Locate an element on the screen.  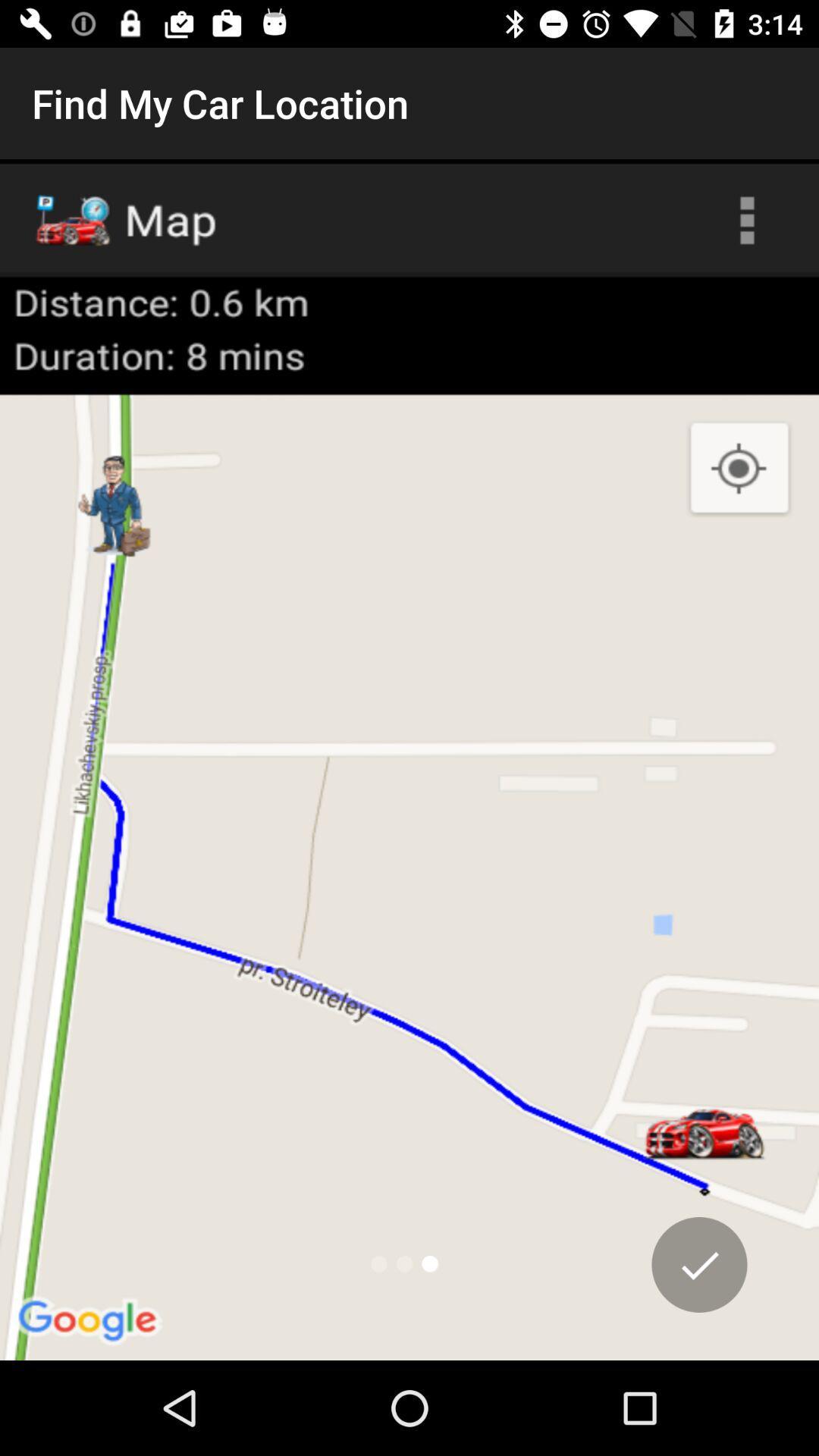
ok is located at coordinates (699, 1264).